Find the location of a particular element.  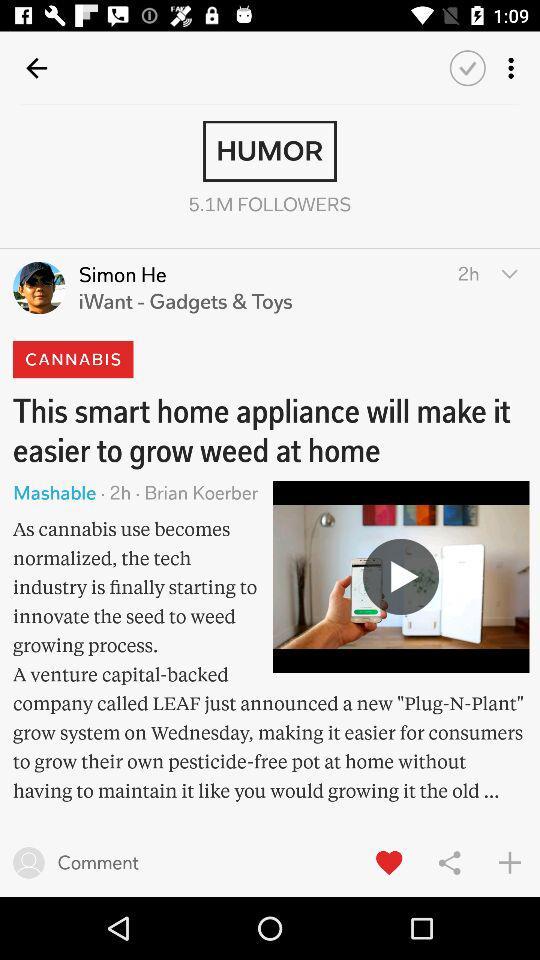

the location_crosshair icon is located at coordinates (269, 385).